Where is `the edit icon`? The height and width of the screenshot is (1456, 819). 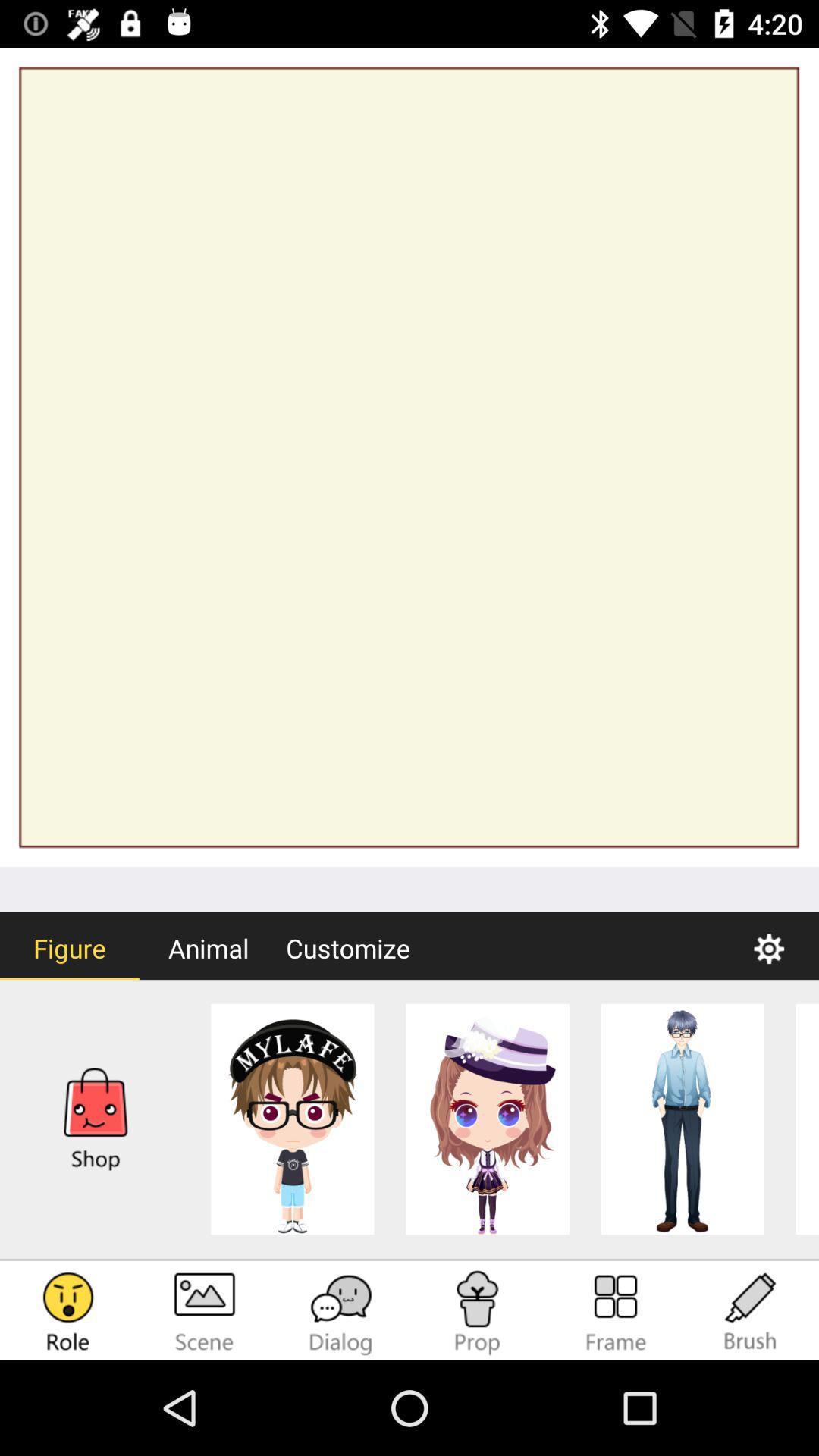 the edit icon is located at coordinates (751, 1312).